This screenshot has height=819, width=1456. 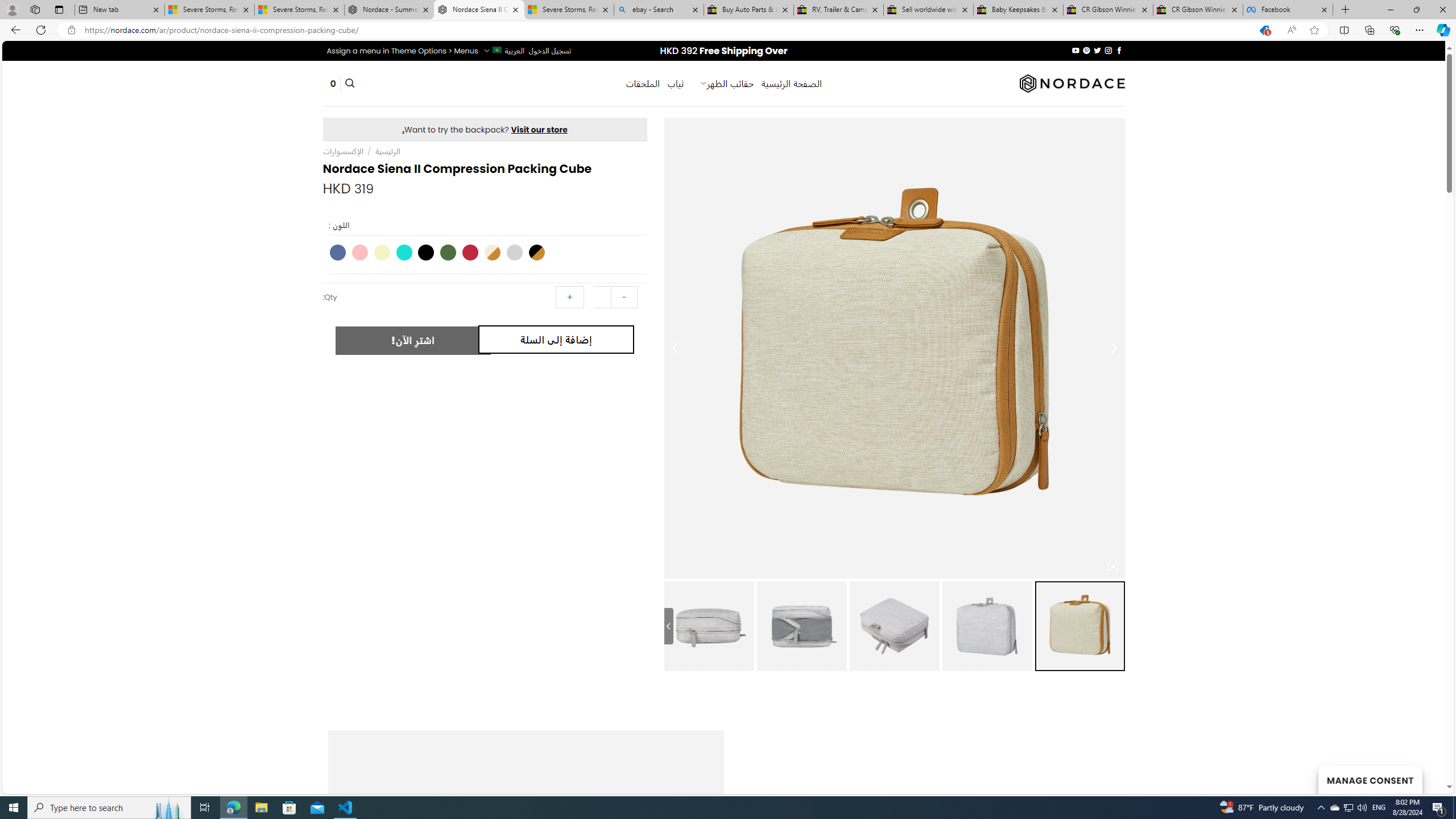 What do you see at coordinates (1112, 566) in the screenshot?
I see `'Class: iconic-woothumbs-fullscreen'` at bounding box center [1112, 566].